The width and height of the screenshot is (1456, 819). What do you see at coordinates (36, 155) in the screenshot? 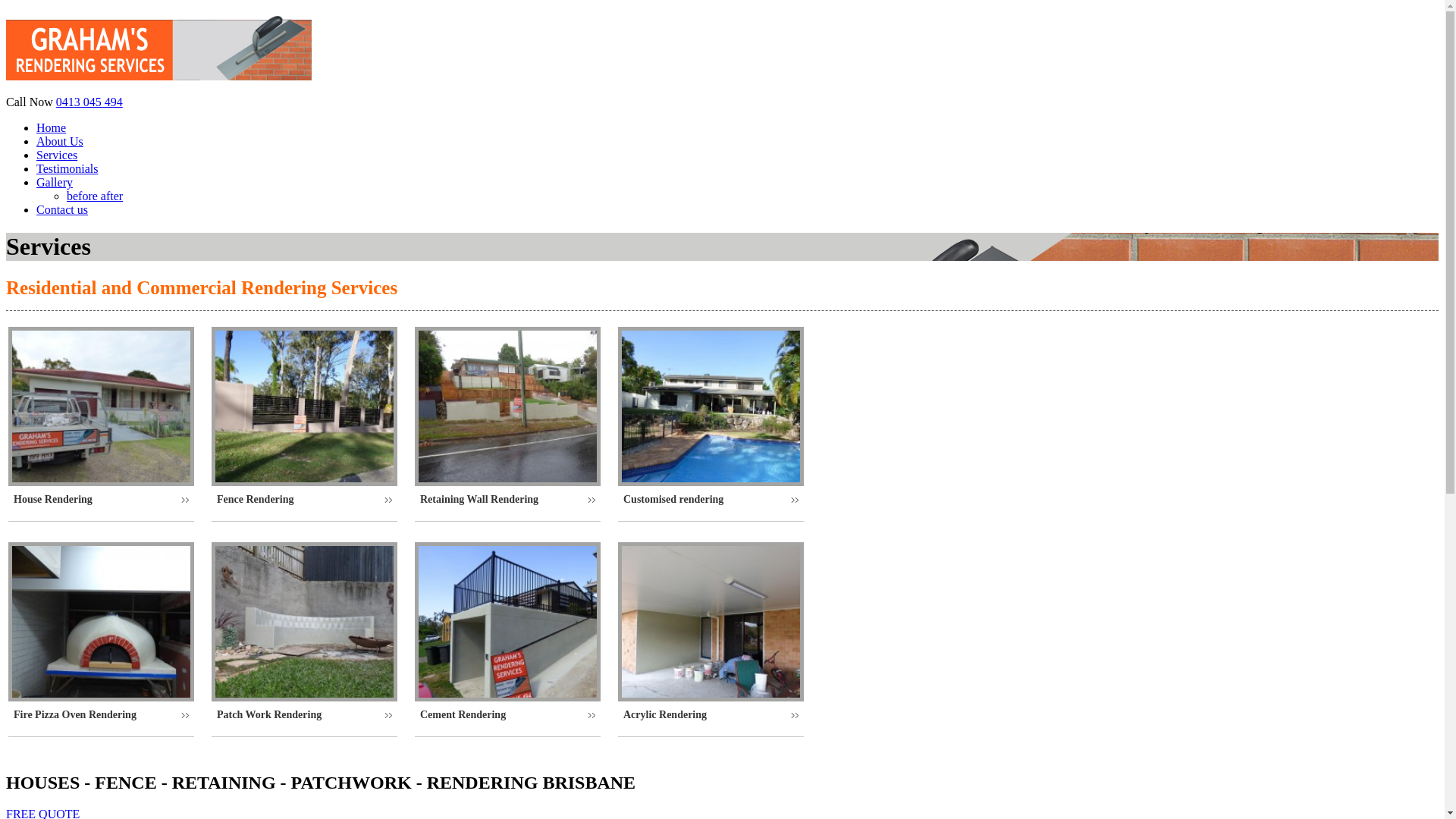
I see `'Services'` at bounding box center [36, 155].